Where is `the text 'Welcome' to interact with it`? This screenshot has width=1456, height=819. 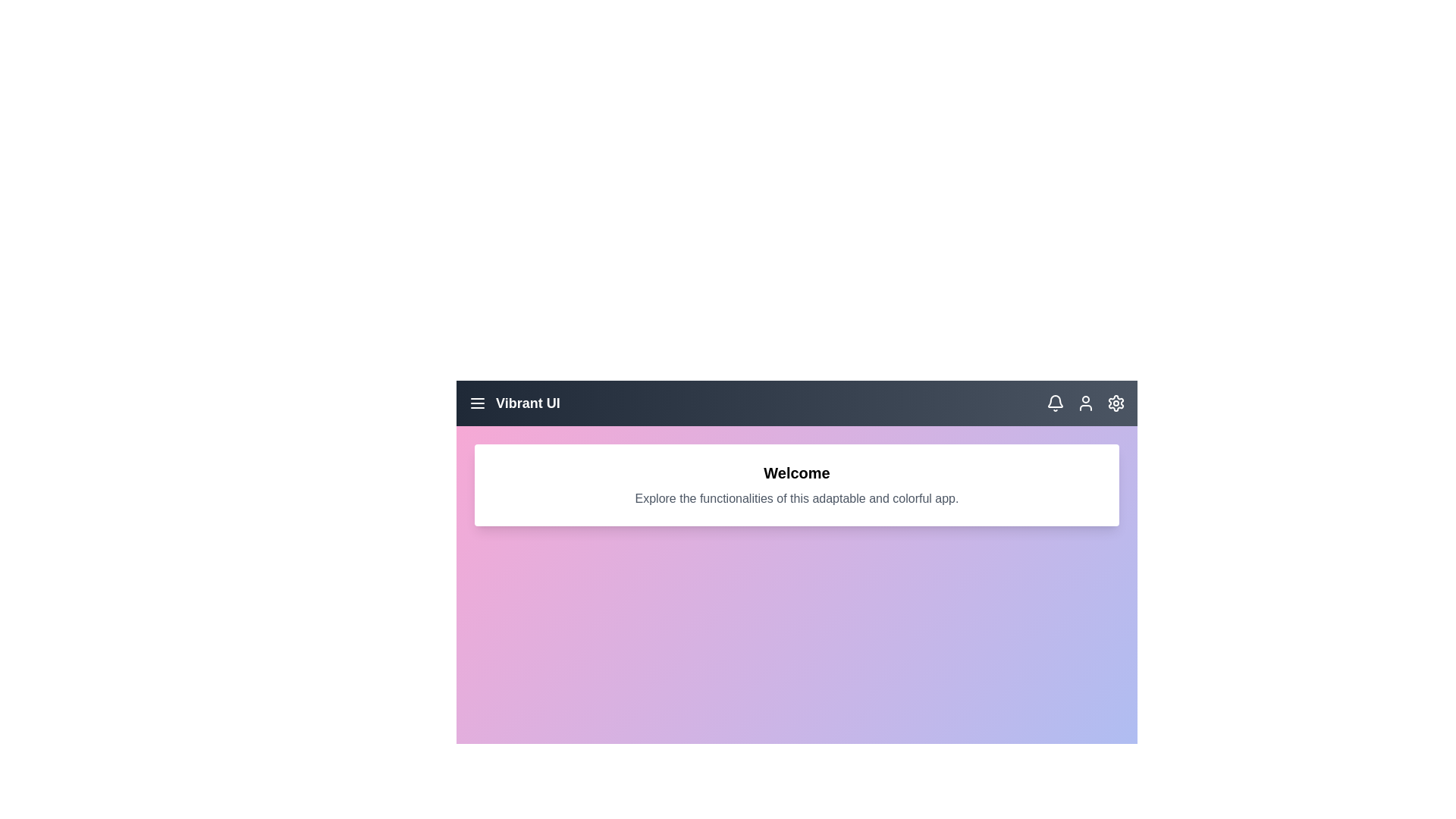
the text 'Welcome' to interact with it is located at coordinates (796, 472).